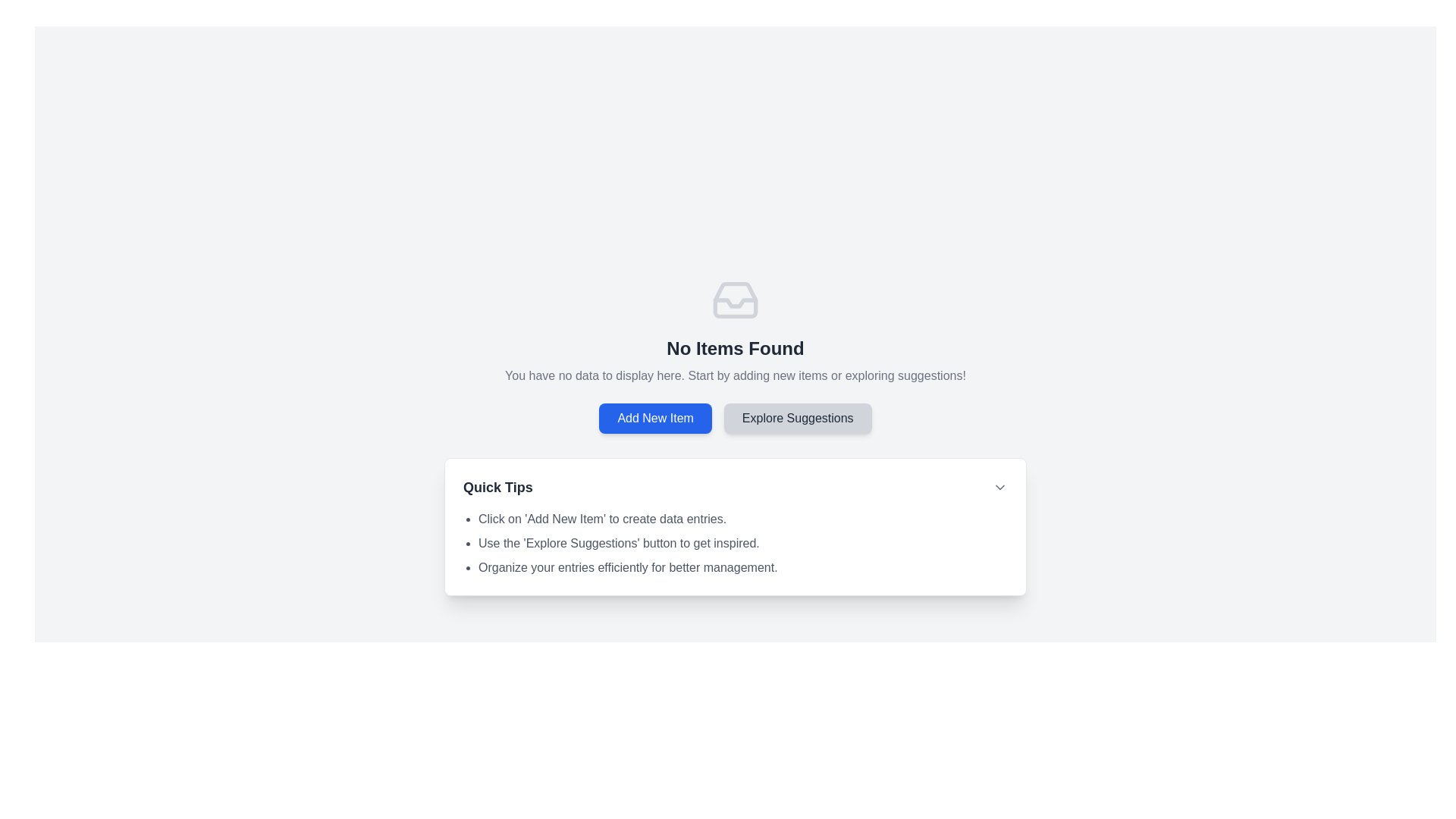 This screenshot has width=1456, height=819. What do you see at coordinates (742, 519) in the screenshot?
I see `the textual guidance in the first bullet point of the 'Quick Tips' section to understand the instructions for using the 'Add New Item' button` at bounding box center [742, 519].